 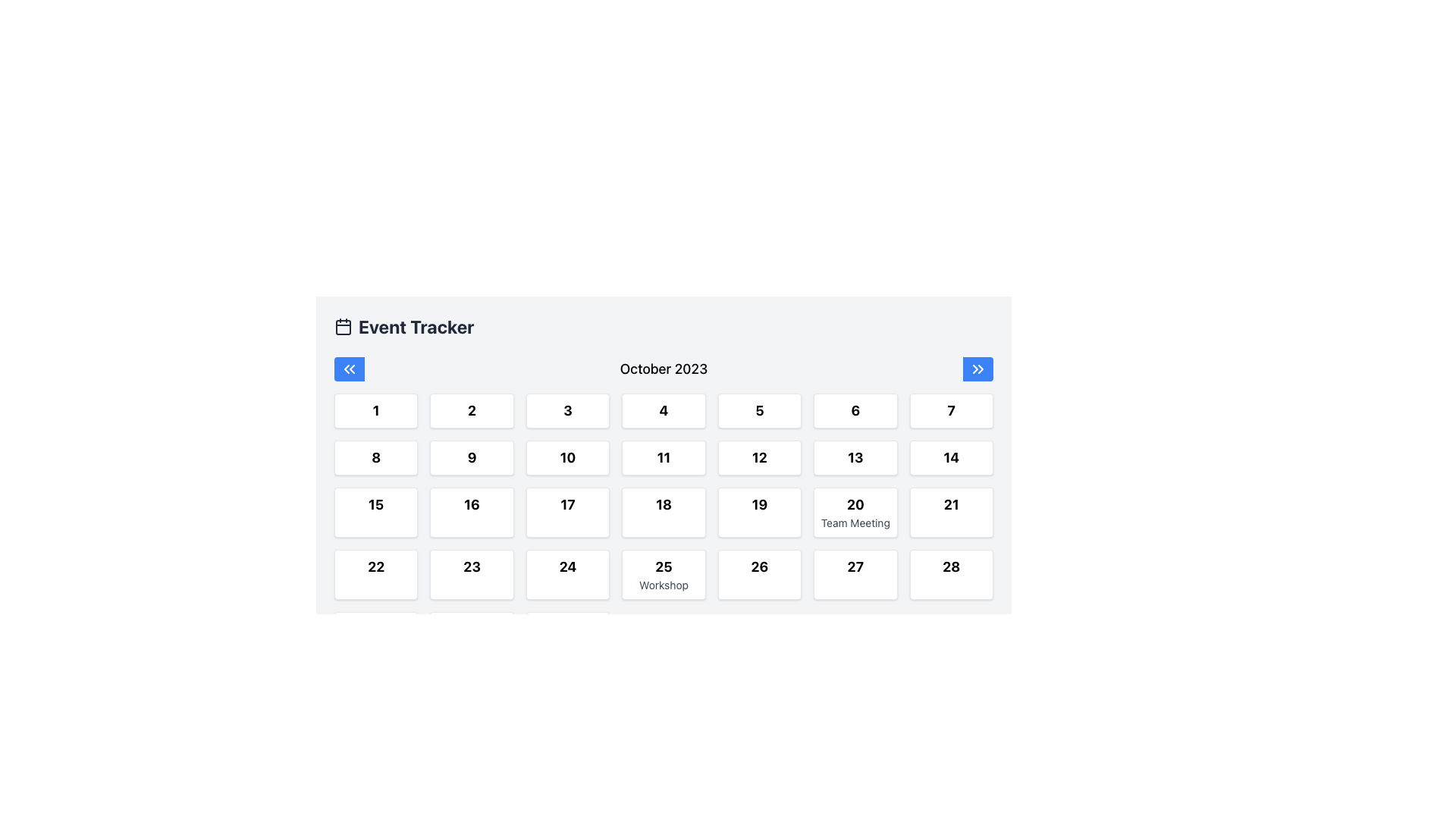 I want to click on the blue button with white text on the left side of the header section of the calendar's navigation bar, so click(x=348, y=369).